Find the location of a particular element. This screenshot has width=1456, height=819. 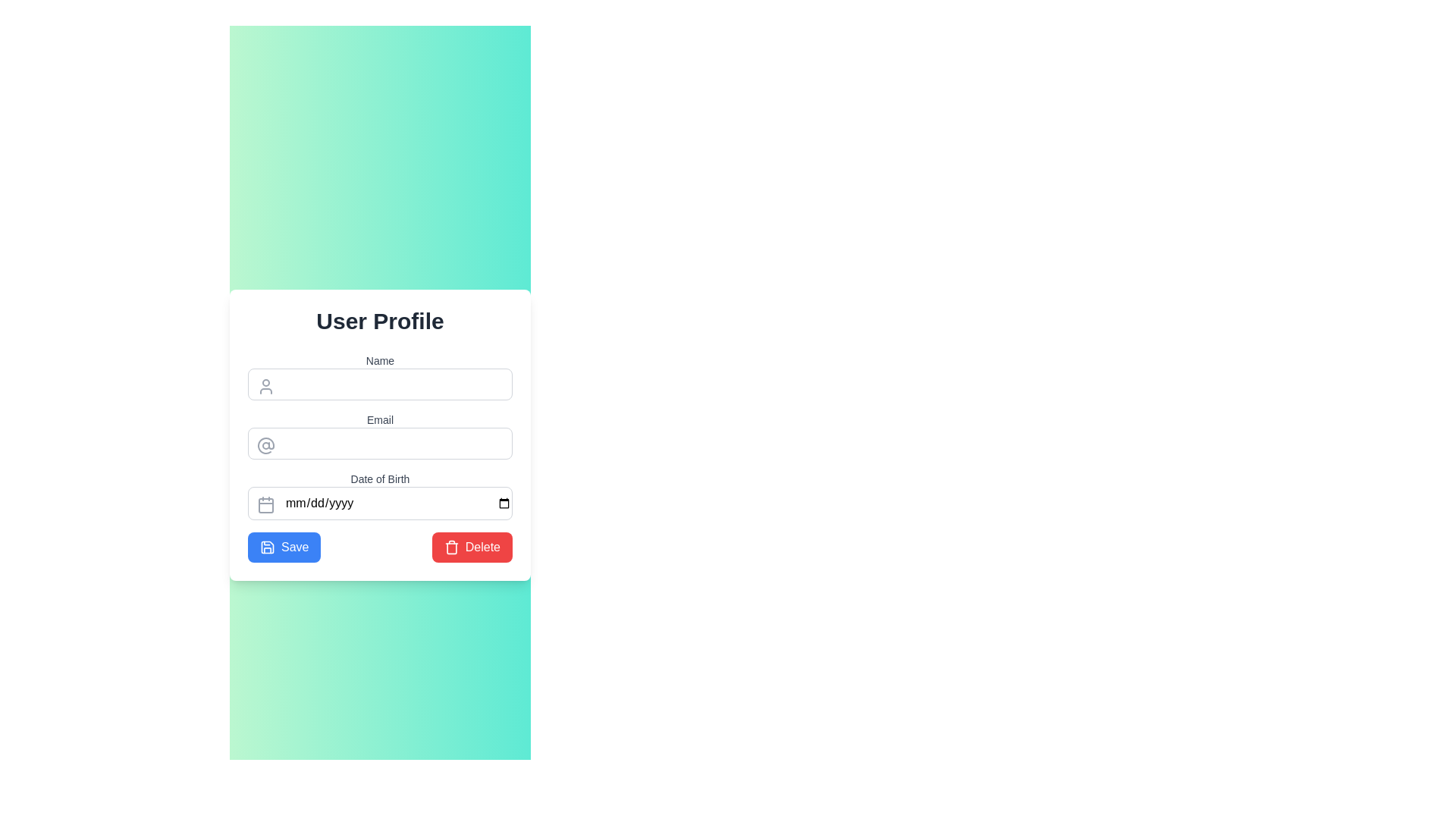

the save action icon, which is represented by a floppy disk symbol located on the left side of the 'Save' button is located at coordinates (268, 547).